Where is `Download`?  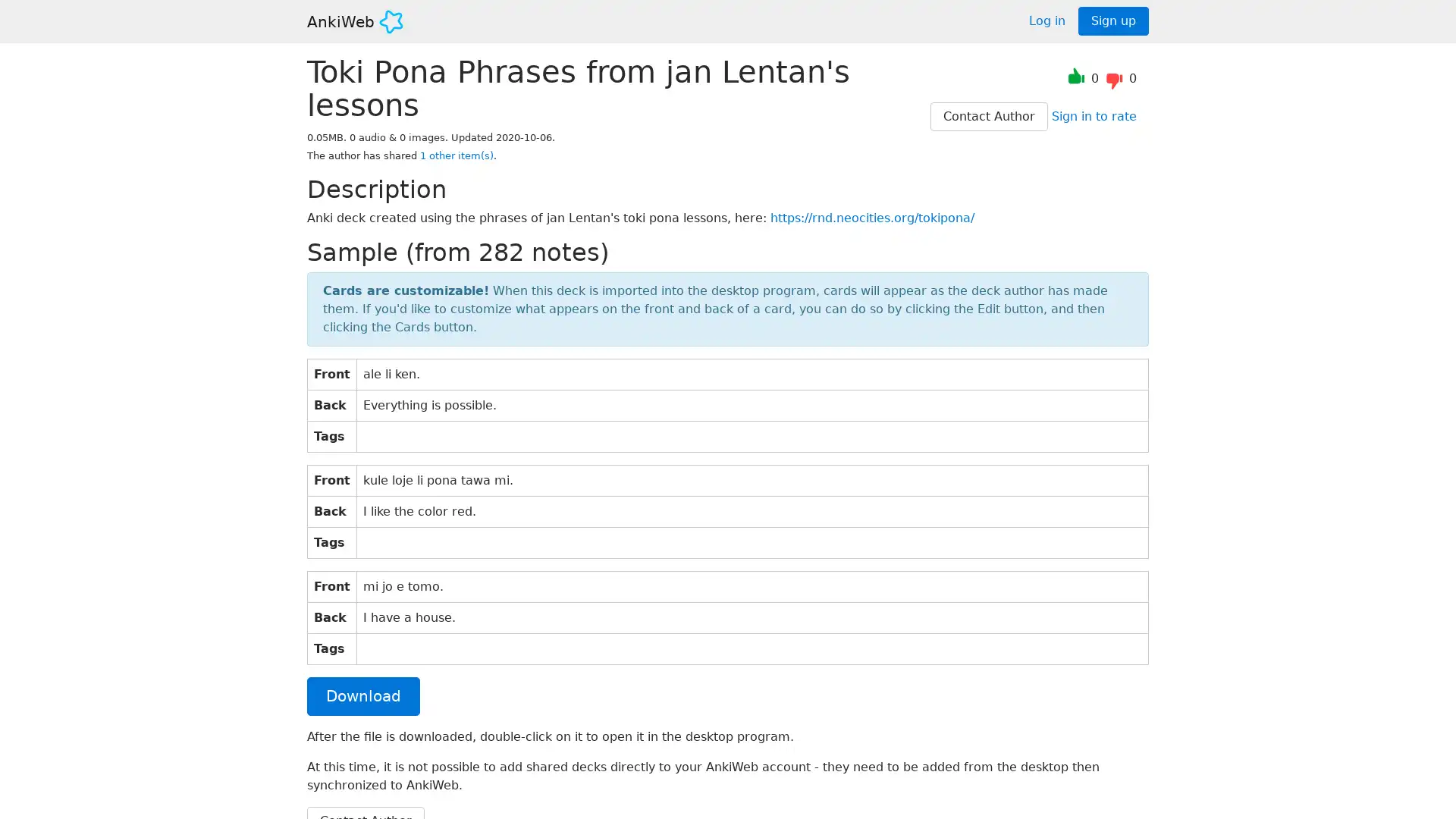
Download is located at coordinates (362, 695).